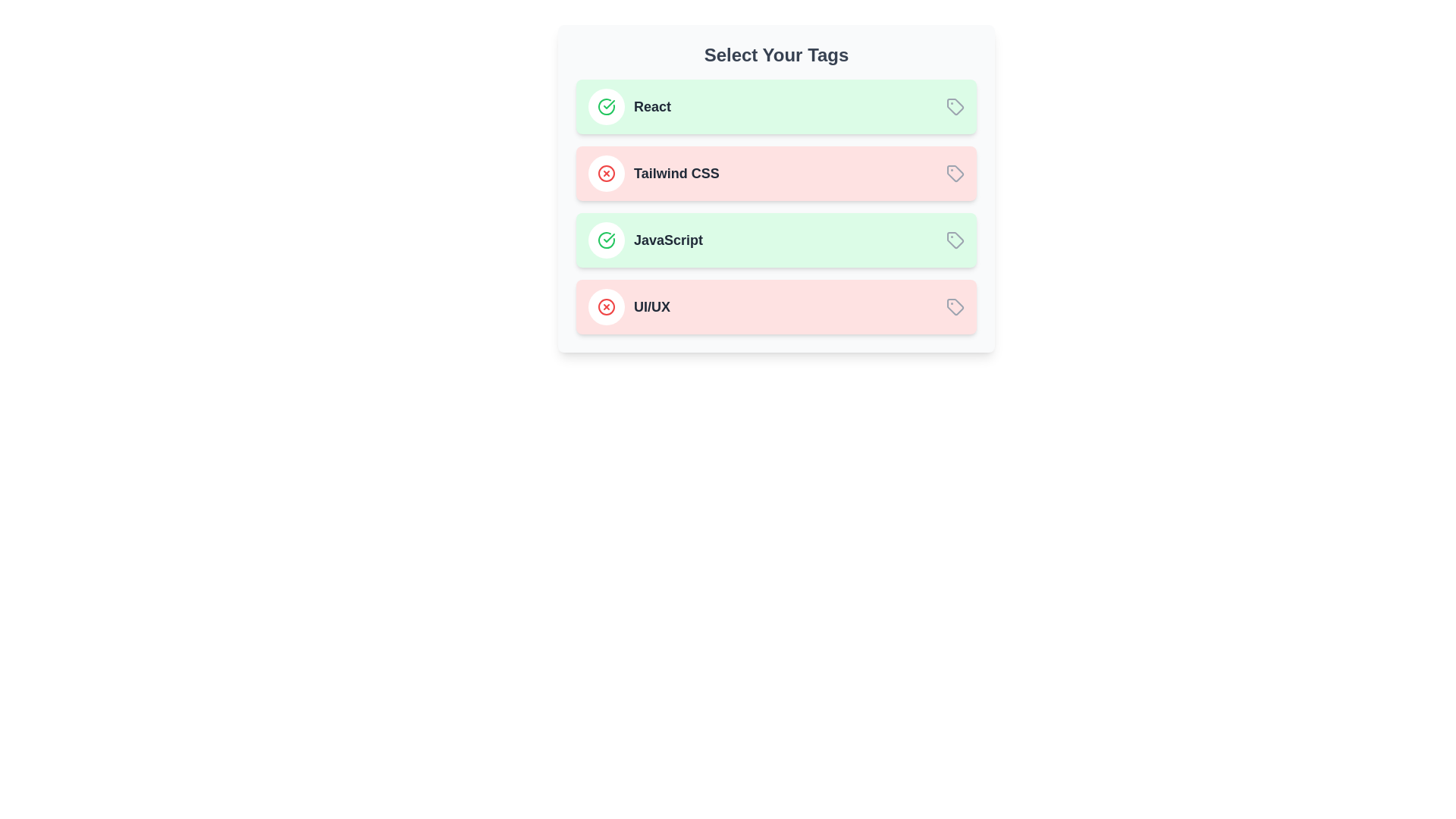 Image resolution: width=1456 pixels, height=819 pixels. I want to click on the SVG icon resembling a price tag, which is part of the 'Tailwind CSS' row, located on the far right side alongside other elements, so click(954, 172).